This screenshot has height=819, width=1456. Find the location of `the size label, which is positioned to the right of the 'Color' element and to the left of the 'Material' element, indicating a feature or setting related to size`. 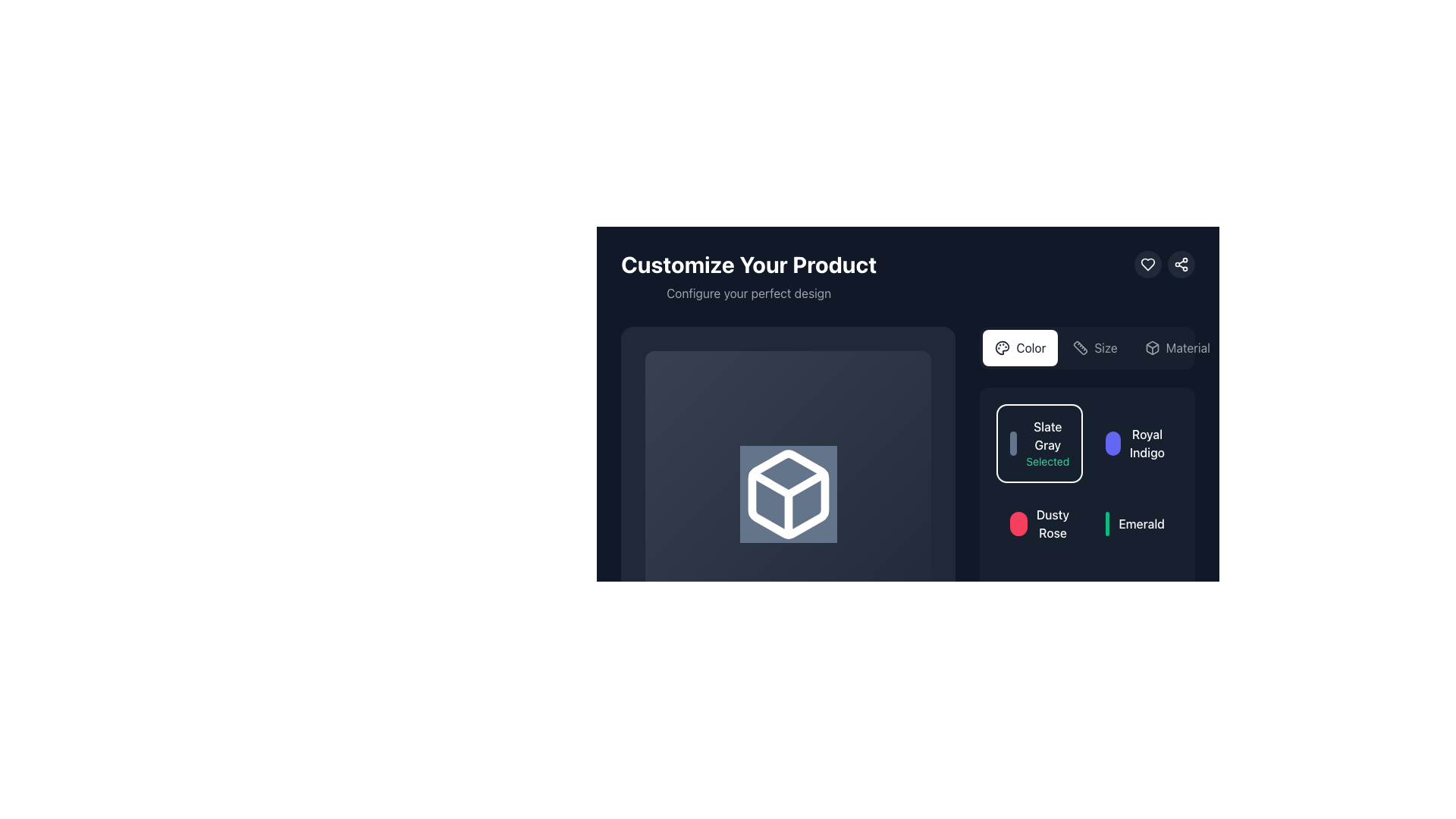

the size label, which is positioned to the right of the 'Color' element and to the left of the 'Material' element, indicating a feature or setting related to size is located at coordinates (1106, 348).